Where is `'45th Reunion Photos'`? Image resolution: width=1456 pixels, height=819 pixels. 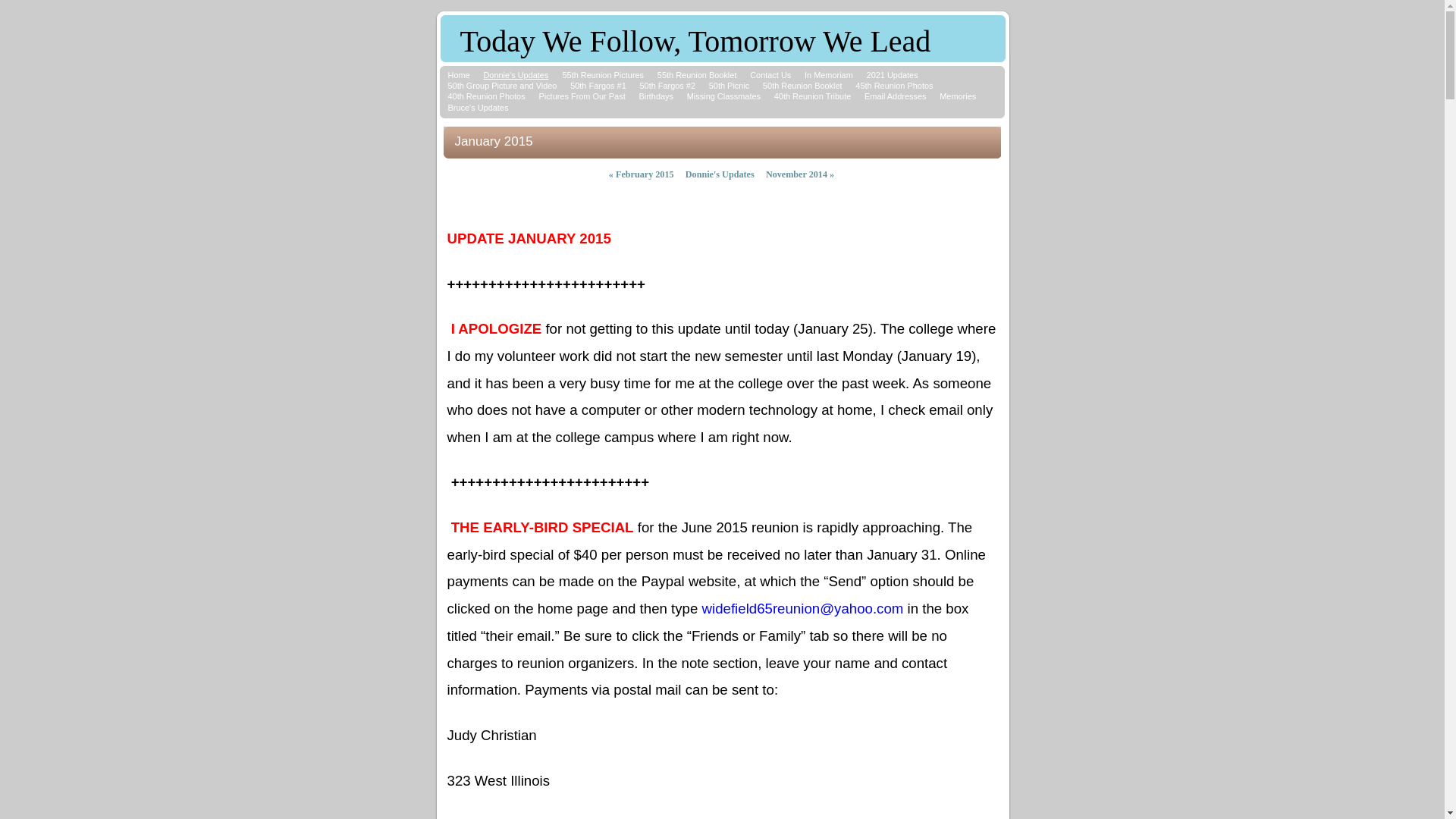
'45th Reunion Photos' is located at coordinates (894, 85).